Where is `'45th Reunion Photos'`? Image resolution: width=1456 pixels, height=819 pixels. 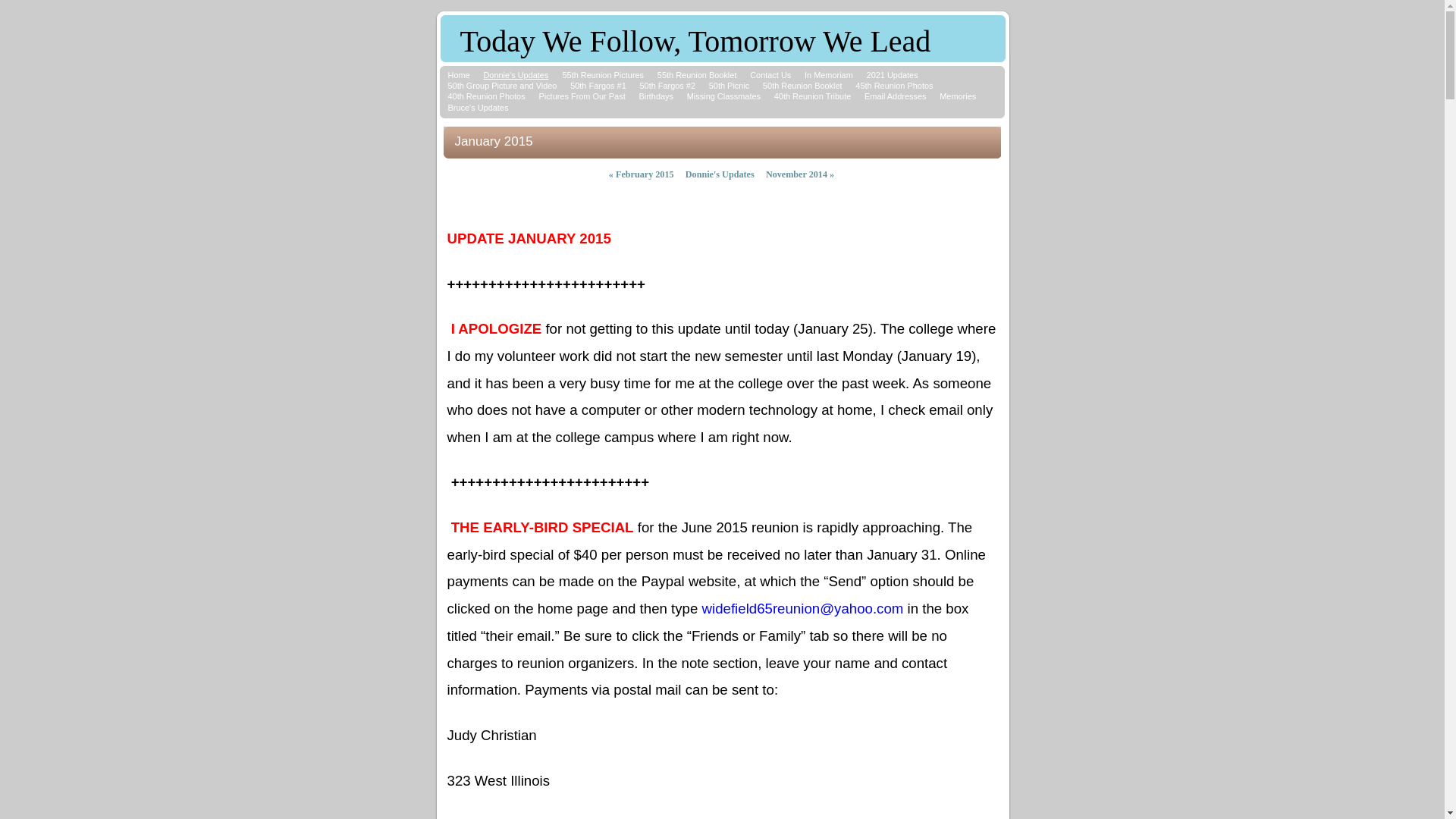
'45th Reunion Photos' is located at coordinates (894, 85).